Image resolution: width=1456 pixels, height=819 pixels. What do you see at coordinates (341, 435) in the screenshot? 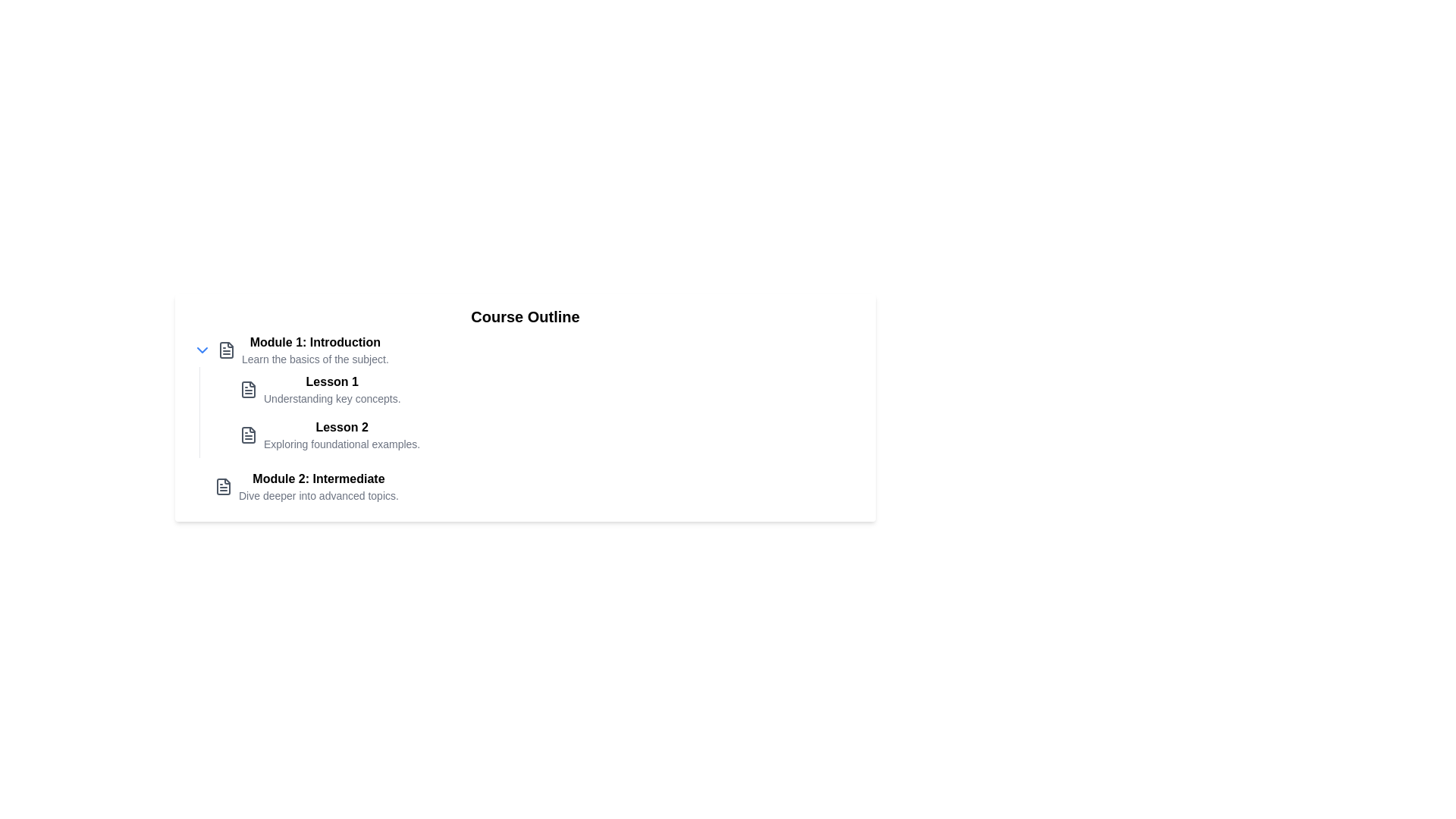
I see `the 'Lesson 2' text display, which is bold and located under 'Lesson 1' in the course outline` at bounding box center [341, 435].